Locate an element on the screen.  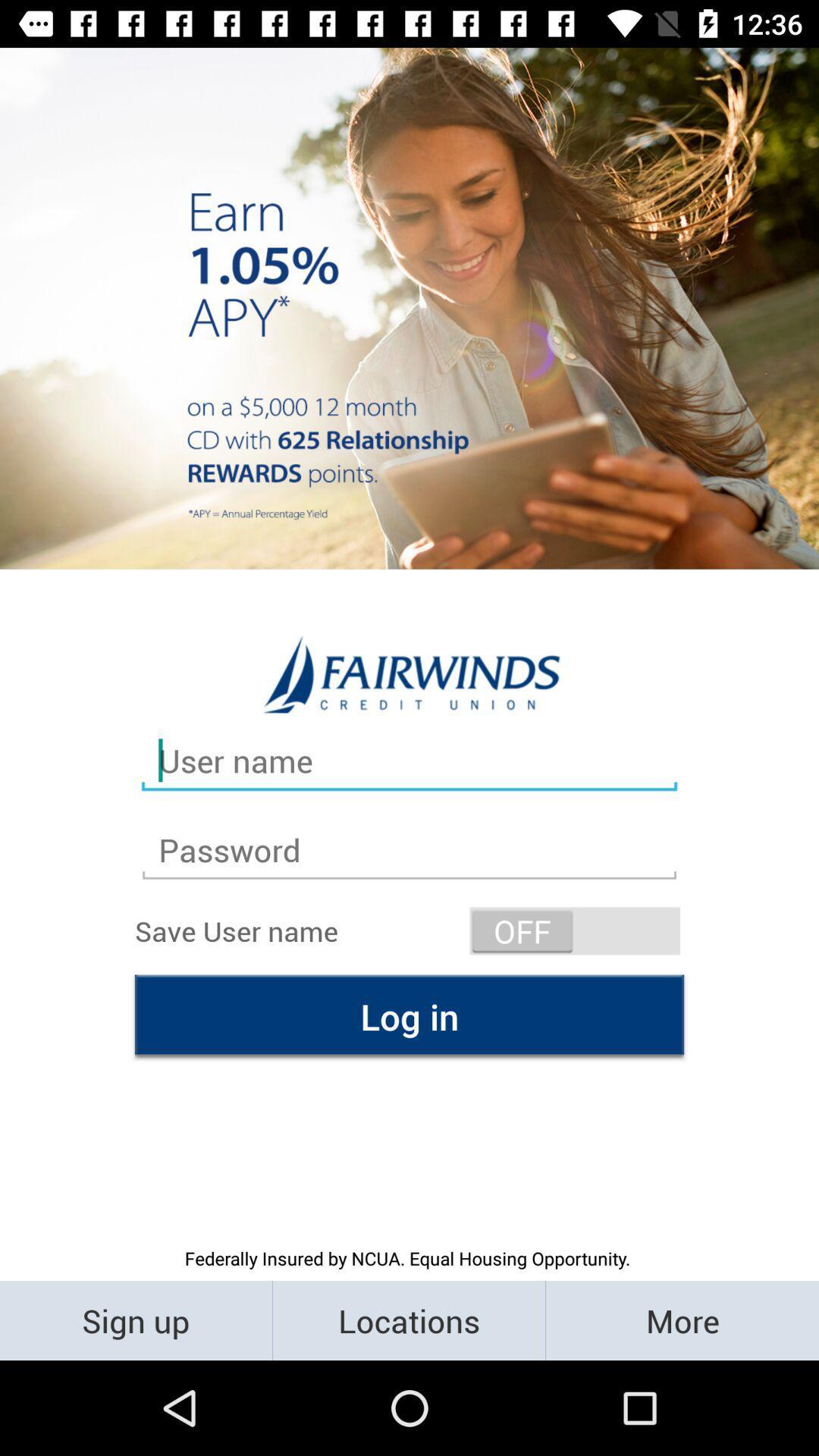
the button right to the locations is located at coordinates (681, 1319).